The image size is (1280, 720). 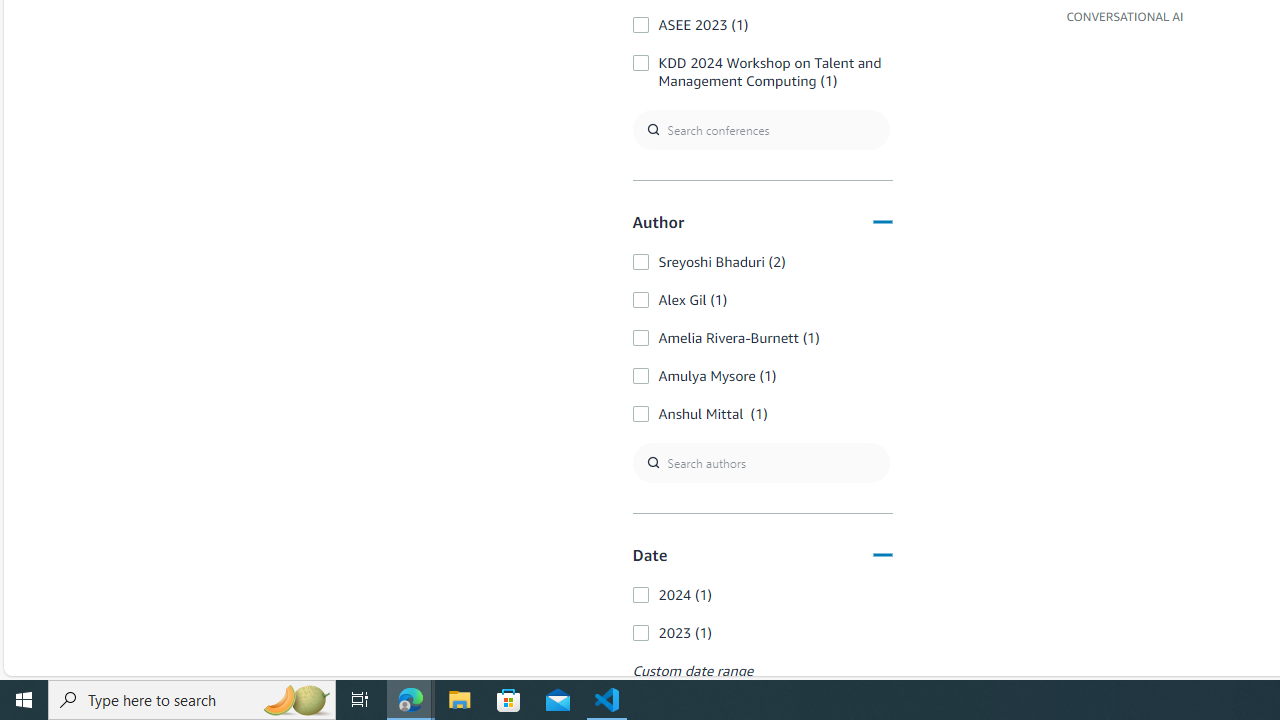 What do you see at coordinates (759, 129) in the screenshot?
I see `'Search conferences'` at bounding box center [759, 129].